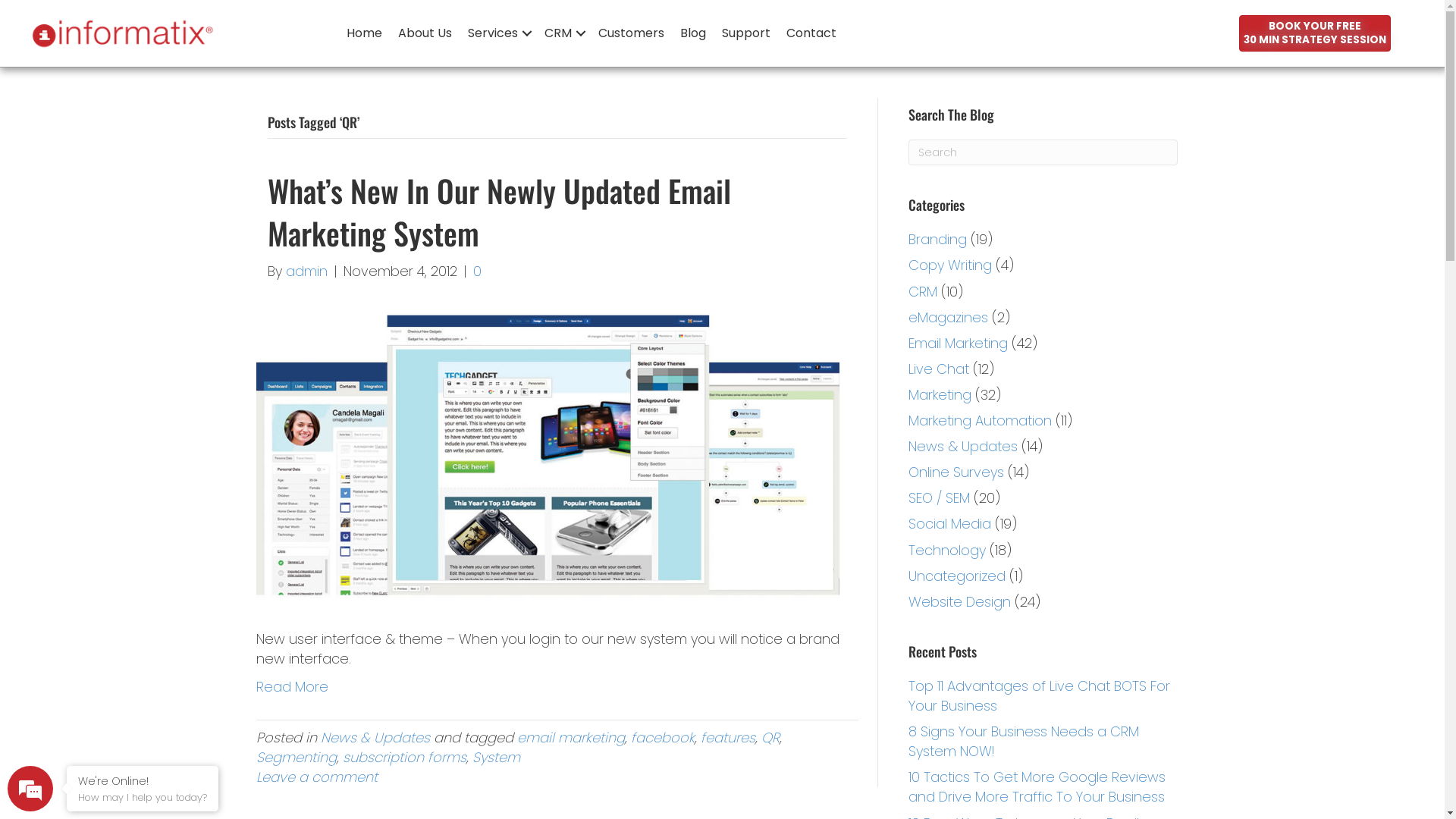 The image size is (1456, 819). What do you see at coordinates (692, 33) in the screenshot?
I see `'Blog'` at bounding box center [692, 33].